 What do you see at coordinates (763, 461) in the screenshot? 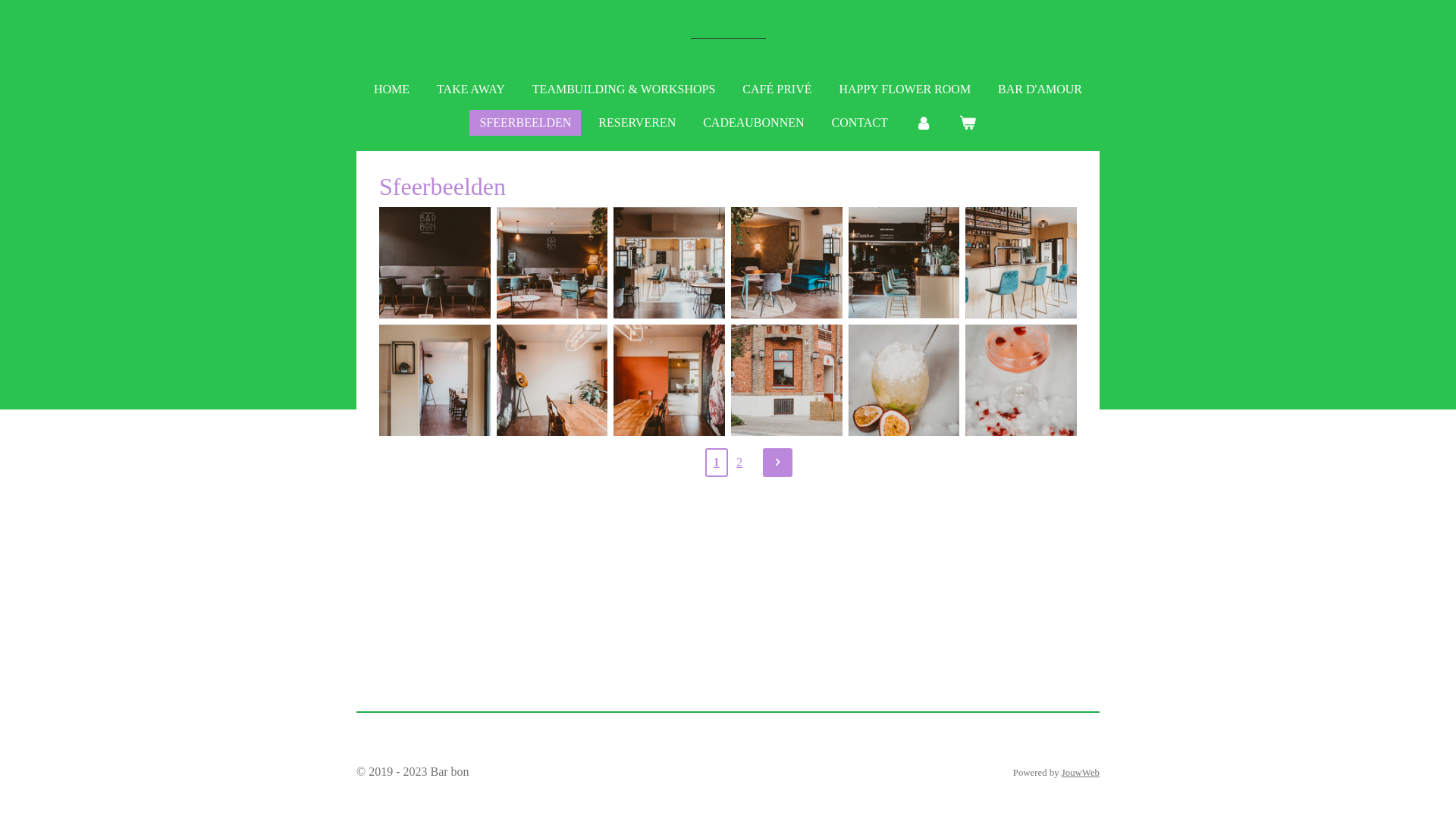
I see `'Volgende pagina'` at bounding box center [763, 461].